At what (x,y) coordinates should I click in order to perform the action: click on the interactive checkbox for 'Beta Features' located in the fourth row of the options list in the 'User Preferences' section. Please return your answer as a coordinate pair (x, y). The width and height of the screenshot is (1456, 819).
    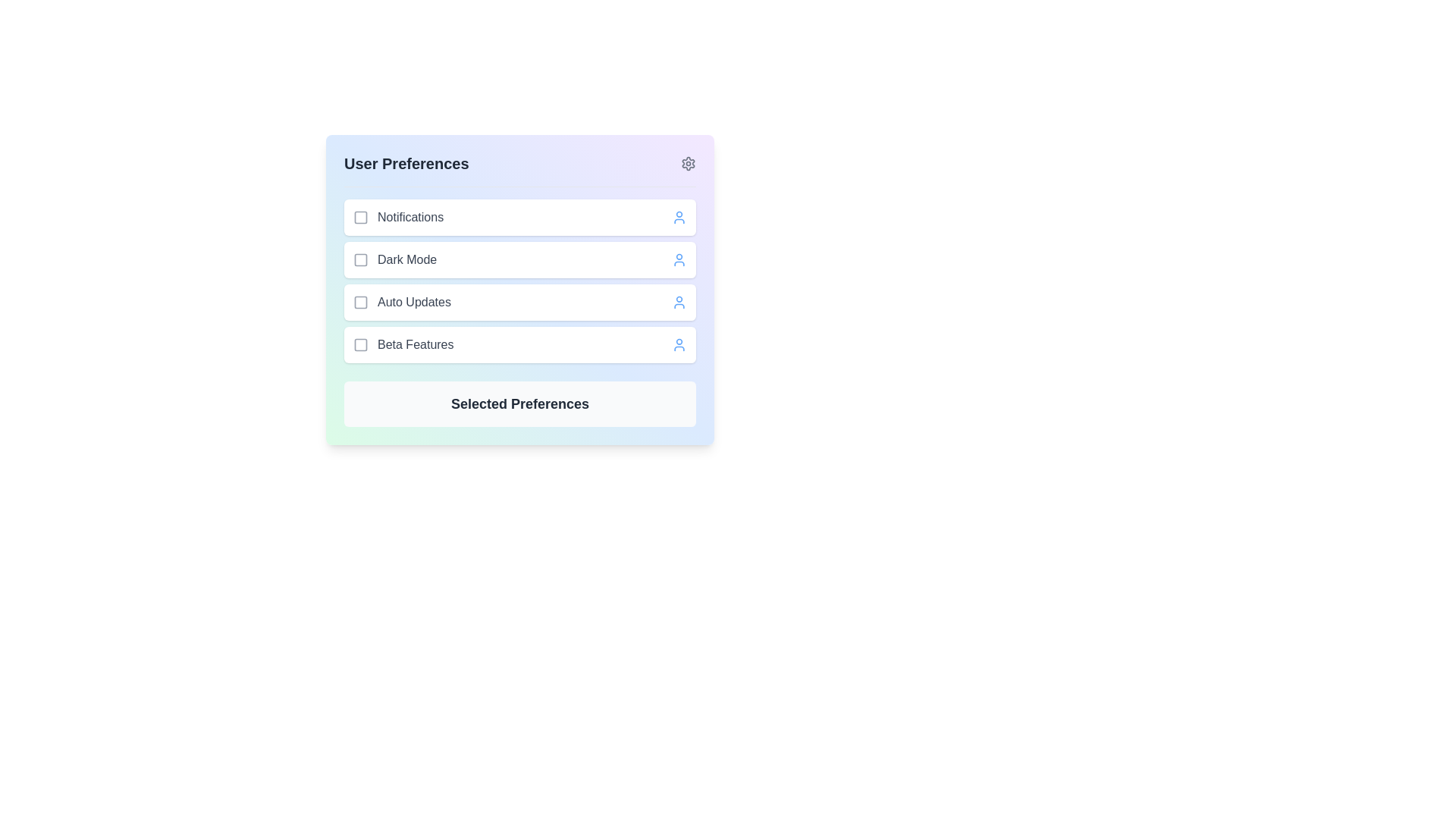
    Looking at the image, I should click on (359, 345).